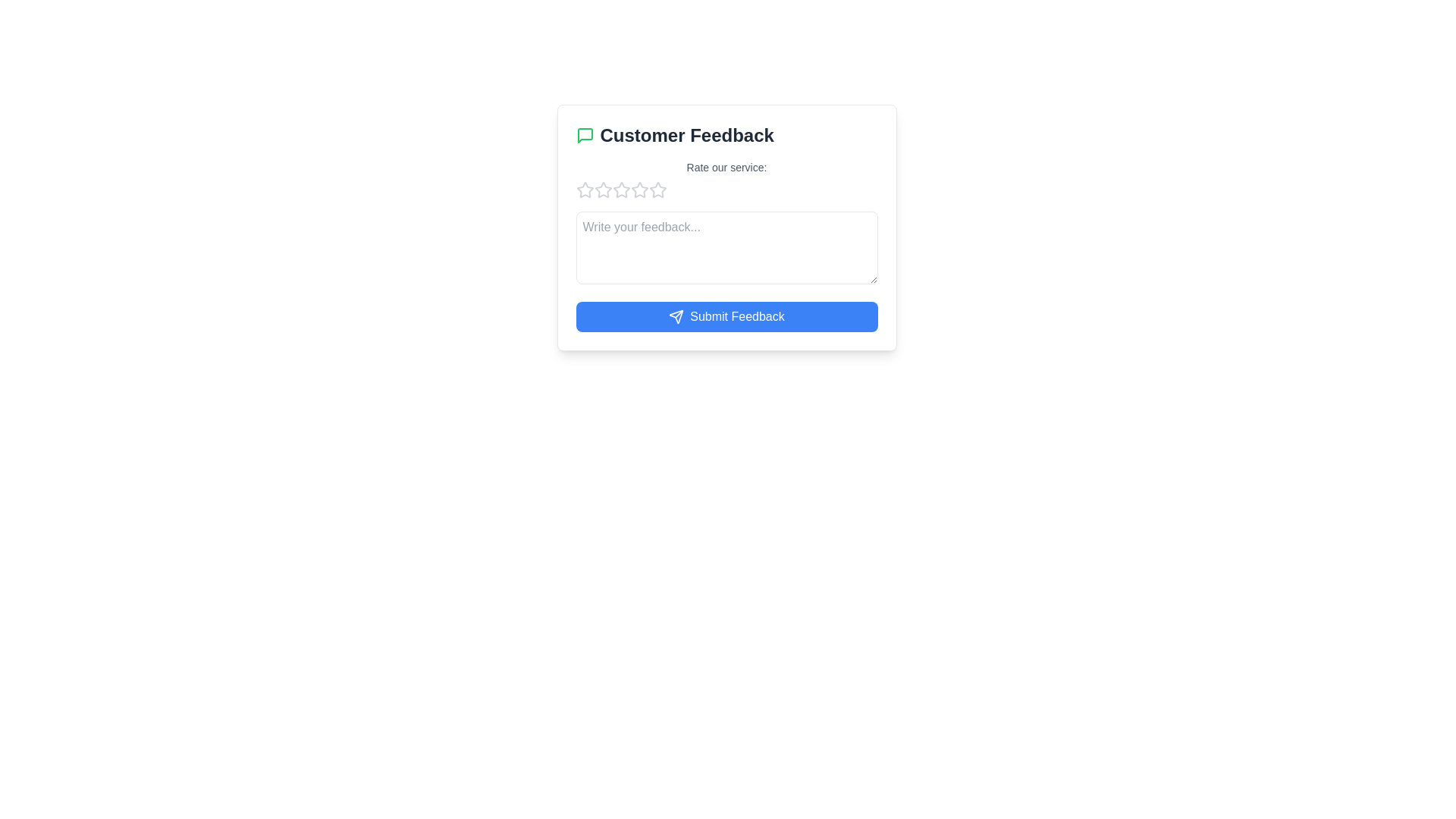  What do you see at coordinates (584, 134) in the screenshot?
I see `the communication icon located at the top-left corner of the customer feedback interface for accessibility purposes` at bounding box center [584, 134].